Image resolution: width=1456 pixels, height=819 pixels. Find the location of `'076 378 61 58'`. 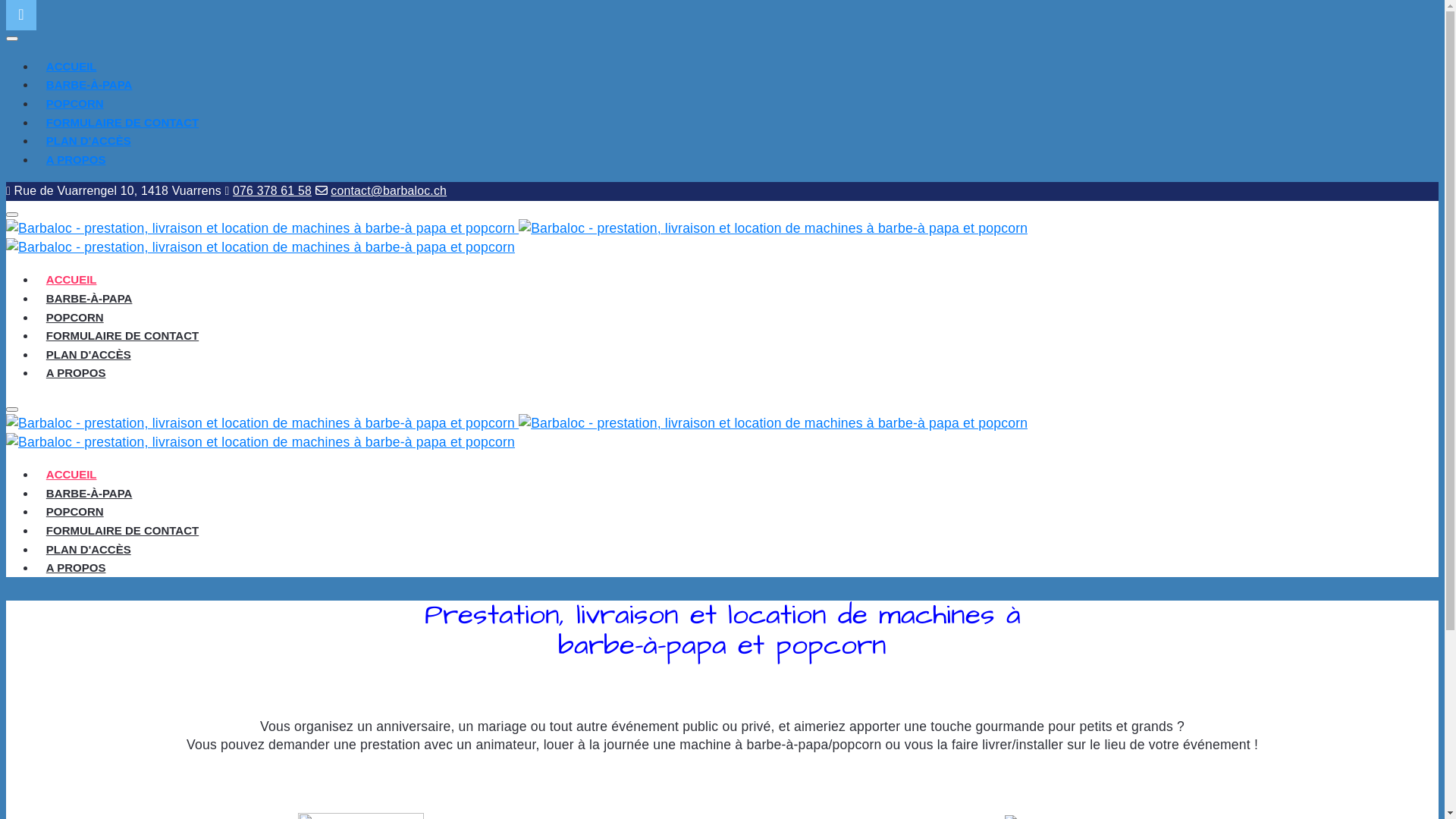

'076 378 61 58' is located at coordinates (272, 190).